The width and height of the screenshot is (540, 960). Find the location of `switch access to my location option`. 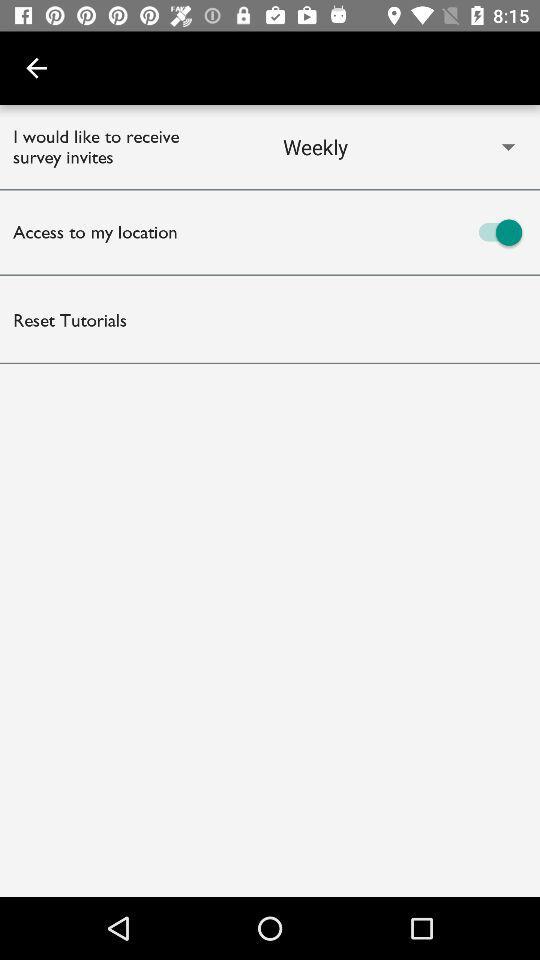

switch access to my location option is located at coordinates (405, 232).